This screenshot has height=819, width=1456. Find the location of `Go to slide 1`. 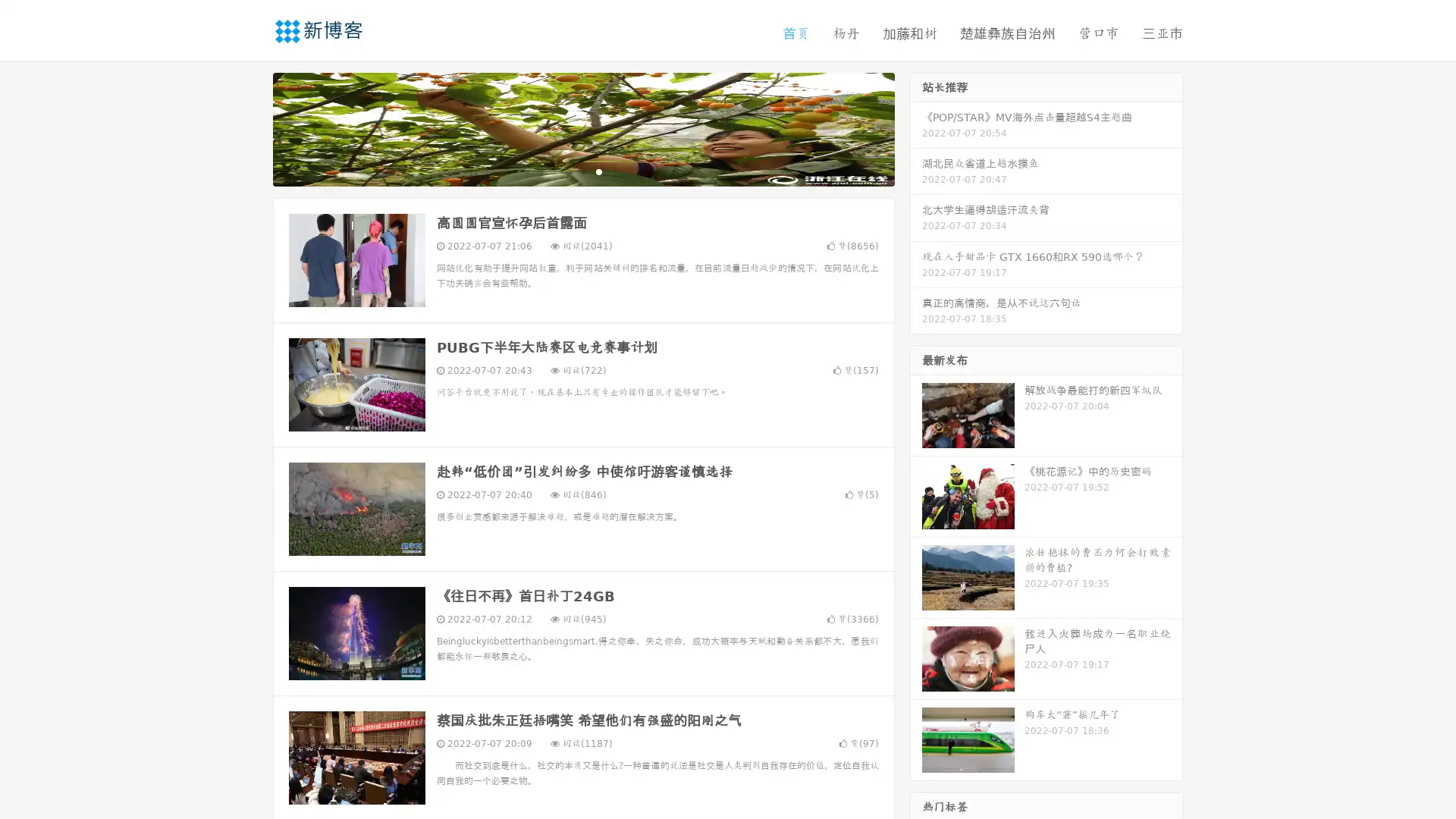

Go to slide 1 is located at coordinates (567, 171).